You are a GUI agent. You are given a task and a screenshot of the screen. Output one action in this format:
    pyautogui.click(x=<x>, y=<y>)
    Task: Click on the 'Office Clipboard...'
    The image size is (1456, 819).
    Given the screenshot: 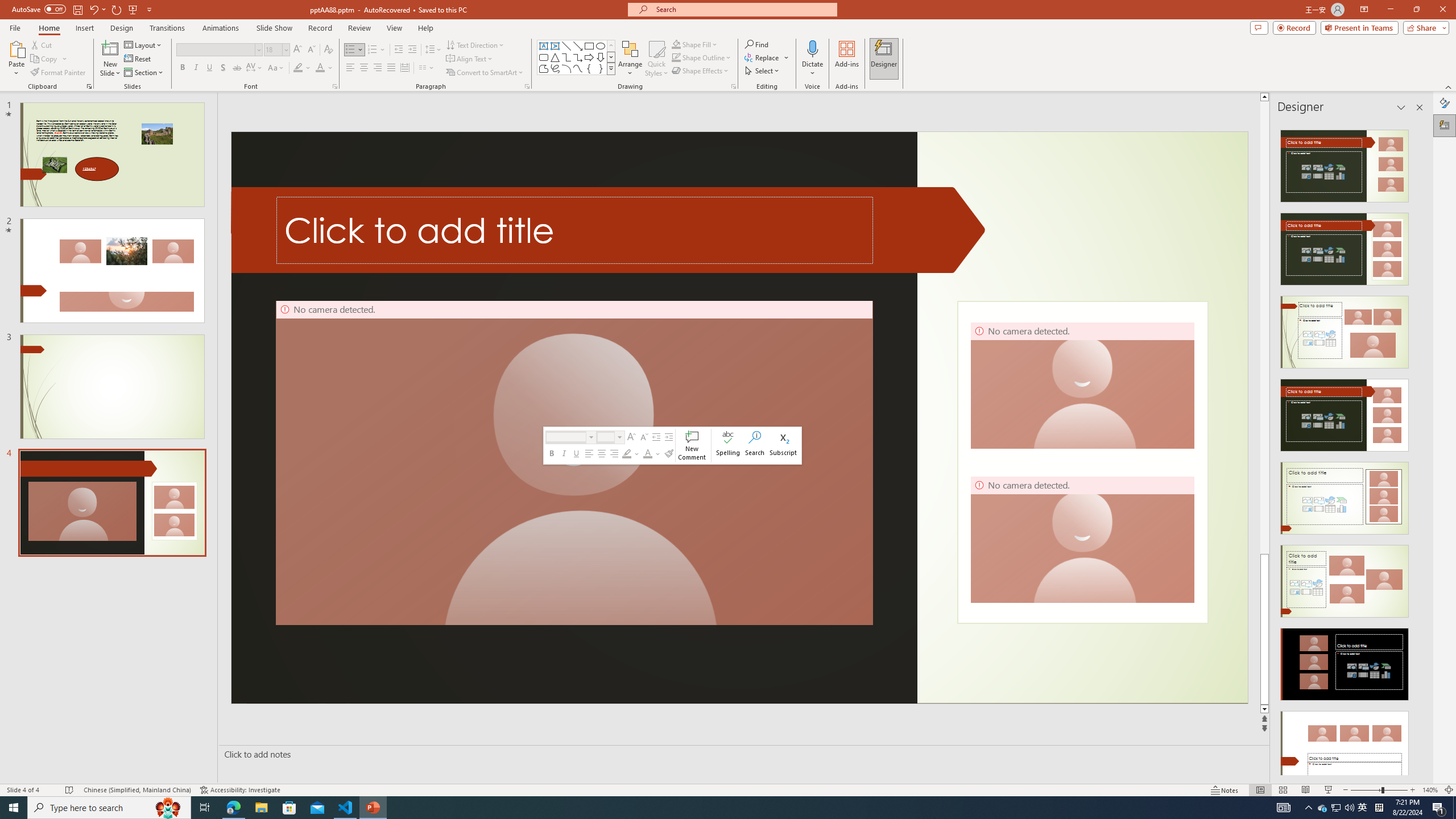 What is the action you would take?
    pyautogui.click(x=88, y=85)
    